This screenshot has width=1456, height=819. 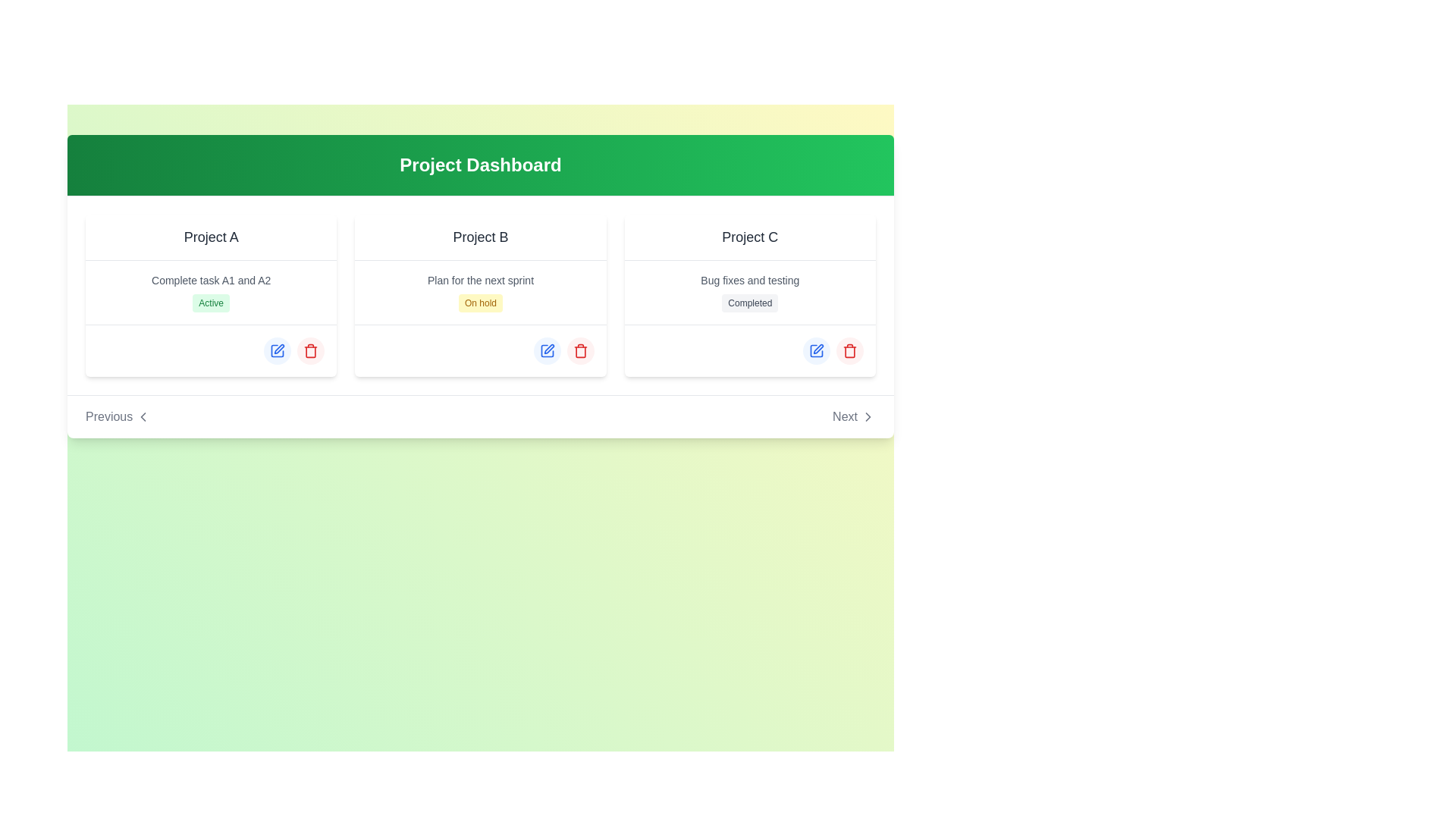 I want to click on the 'edit' button located in the bottom-right section of the card for 'Project C' to initiate editing the associated project, so click(x=815, y=350).